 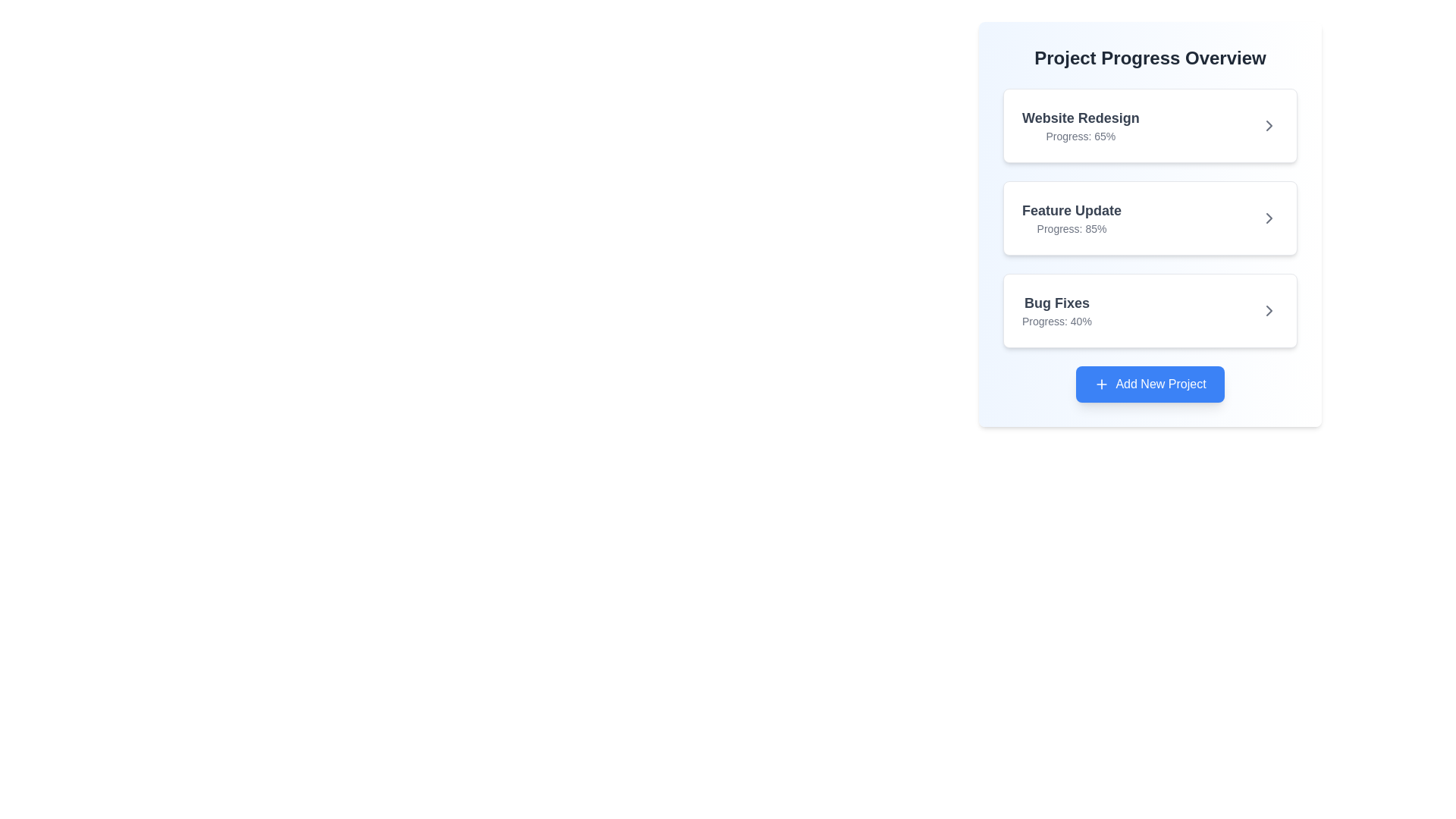 What do you see at coordinates (1080, 117) in the screenshot?
I see `the text label displaying 'Website Redesign' in bold dark gray font, located in the upper left corner of the 'Project Progress Overview' panel` at bounding box center [1080, 117].